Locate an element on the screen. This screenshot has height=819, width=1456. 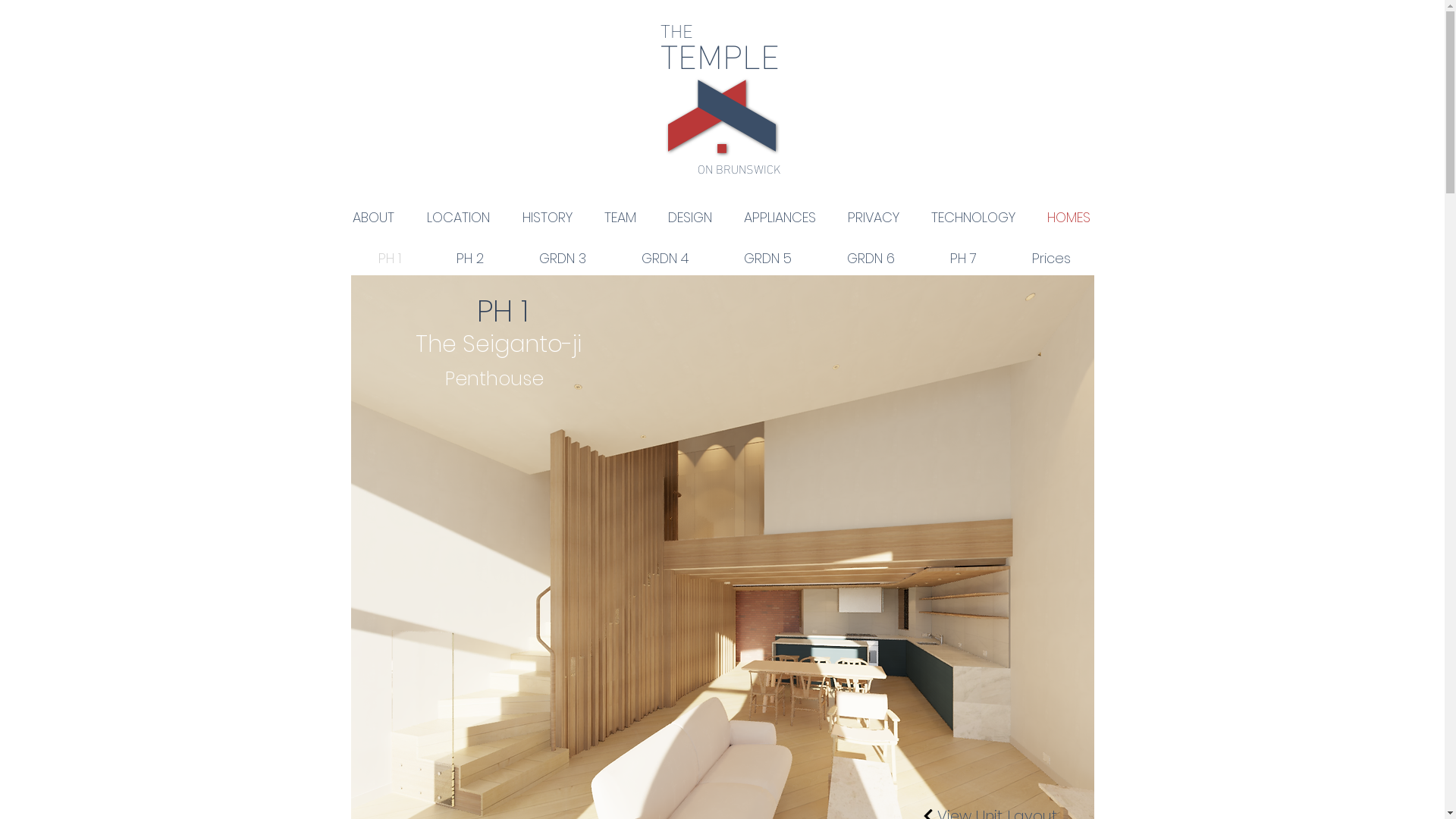
'GRDN 5' is located at coordinates (767, 257).